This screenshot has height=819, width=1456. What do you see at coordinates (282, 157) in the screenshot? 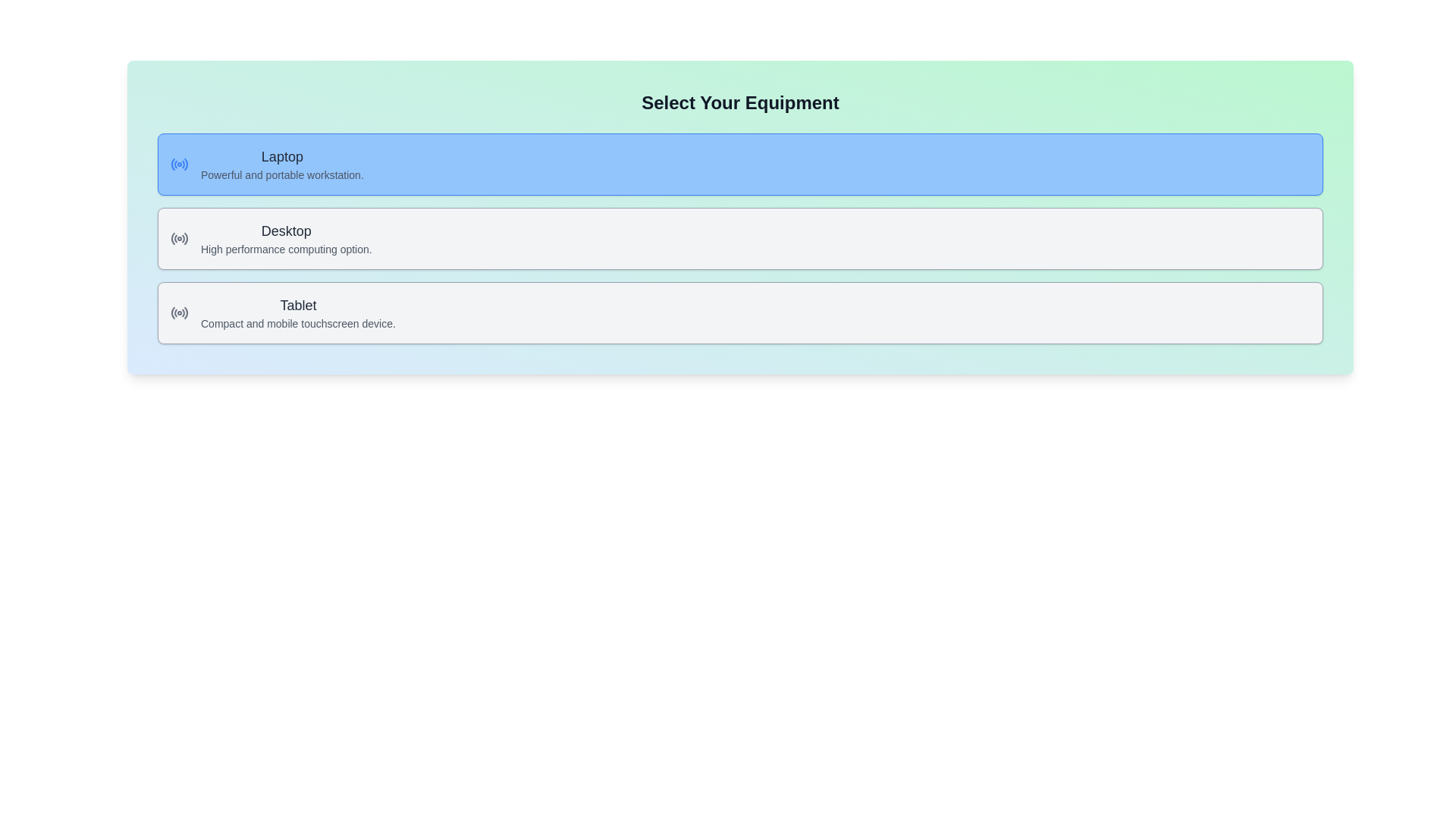
I see `the text label displaying 'Laptop' in bold font style, which is situated above the descriptive text 'Powerful and portable workstation' within a light blue rectangular background` at bounding box center [282, 157].